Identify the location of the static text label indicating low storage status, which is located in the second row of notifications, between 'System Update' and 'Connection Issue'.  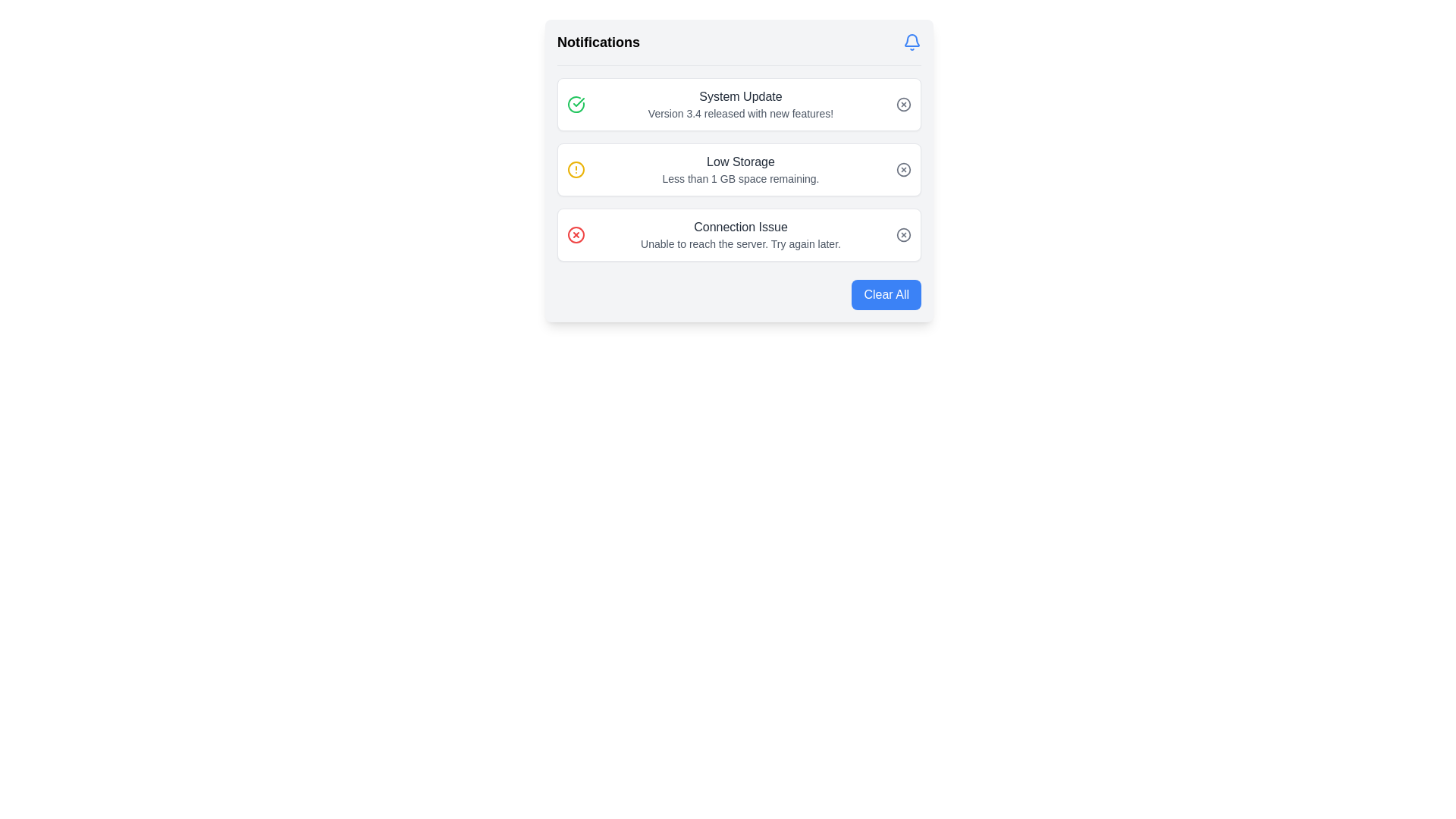
(741, 162).